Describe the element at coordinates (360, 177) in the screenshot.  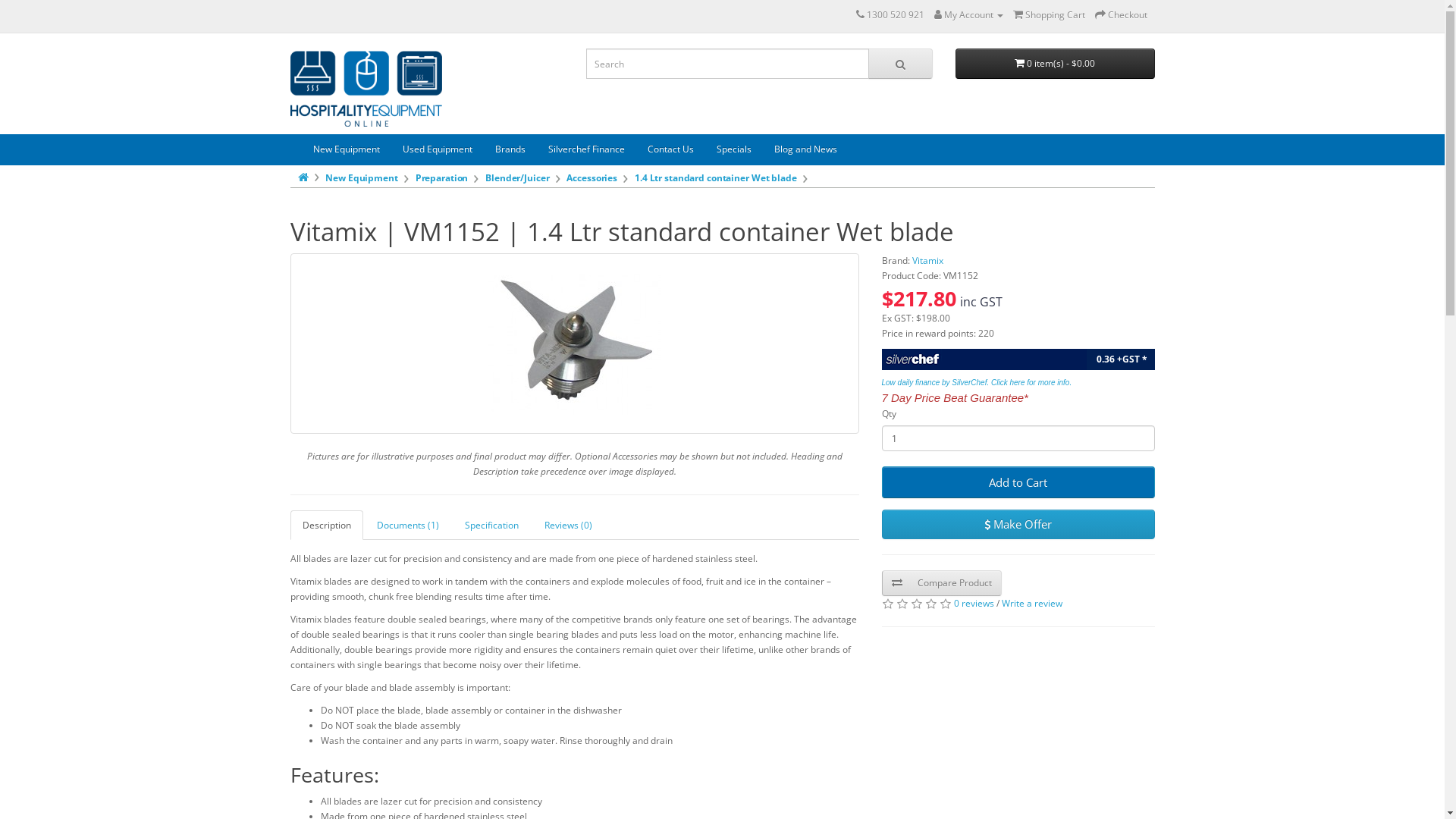
I see `'New Equipment'` at that location.